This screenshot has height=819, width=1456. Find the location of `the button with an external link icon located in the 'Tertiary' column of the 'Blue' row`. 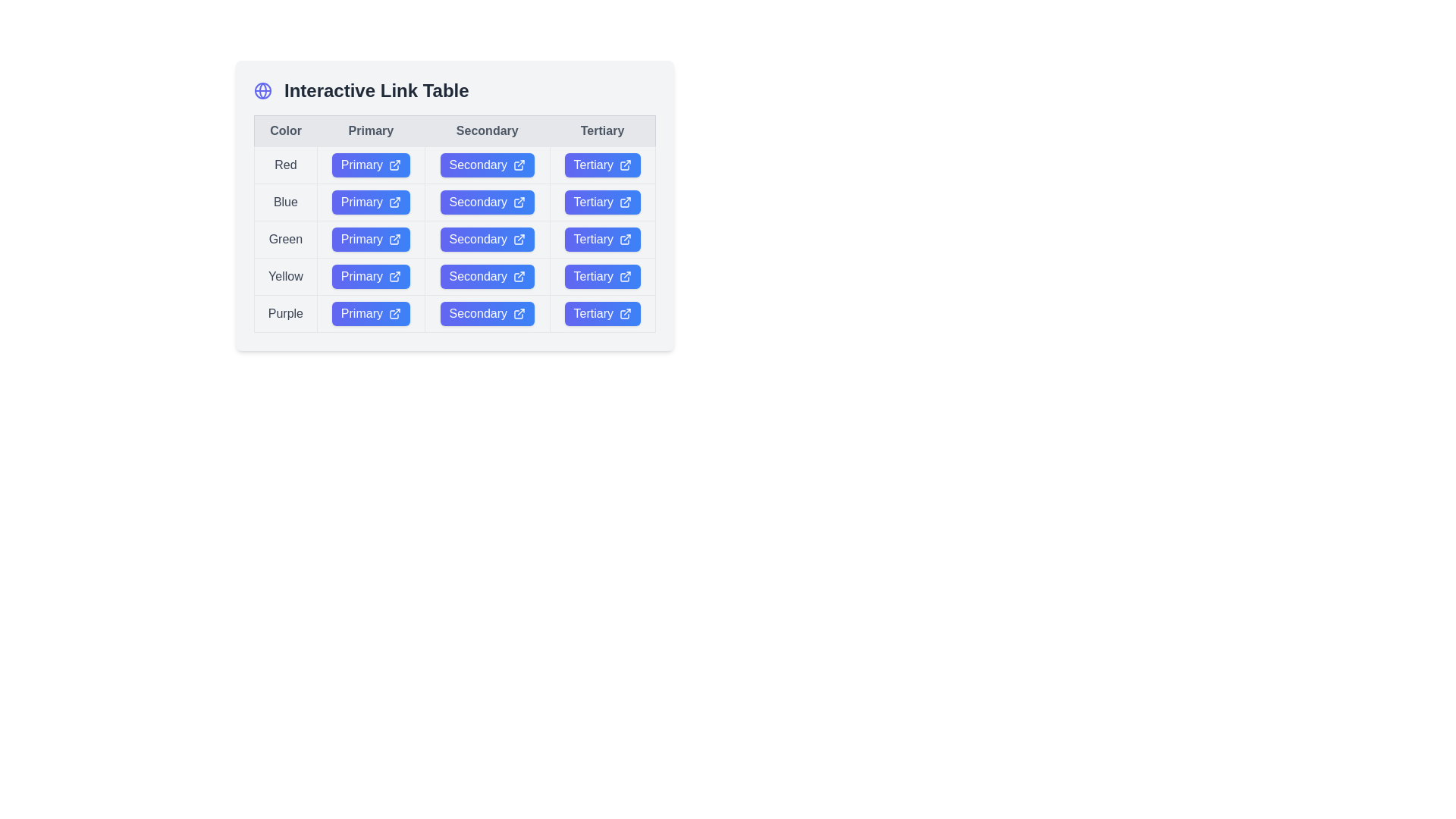

the button with an external link icon located in the 'Tertiary' column of the 'Blue' row is located at coordinates (601, 201).